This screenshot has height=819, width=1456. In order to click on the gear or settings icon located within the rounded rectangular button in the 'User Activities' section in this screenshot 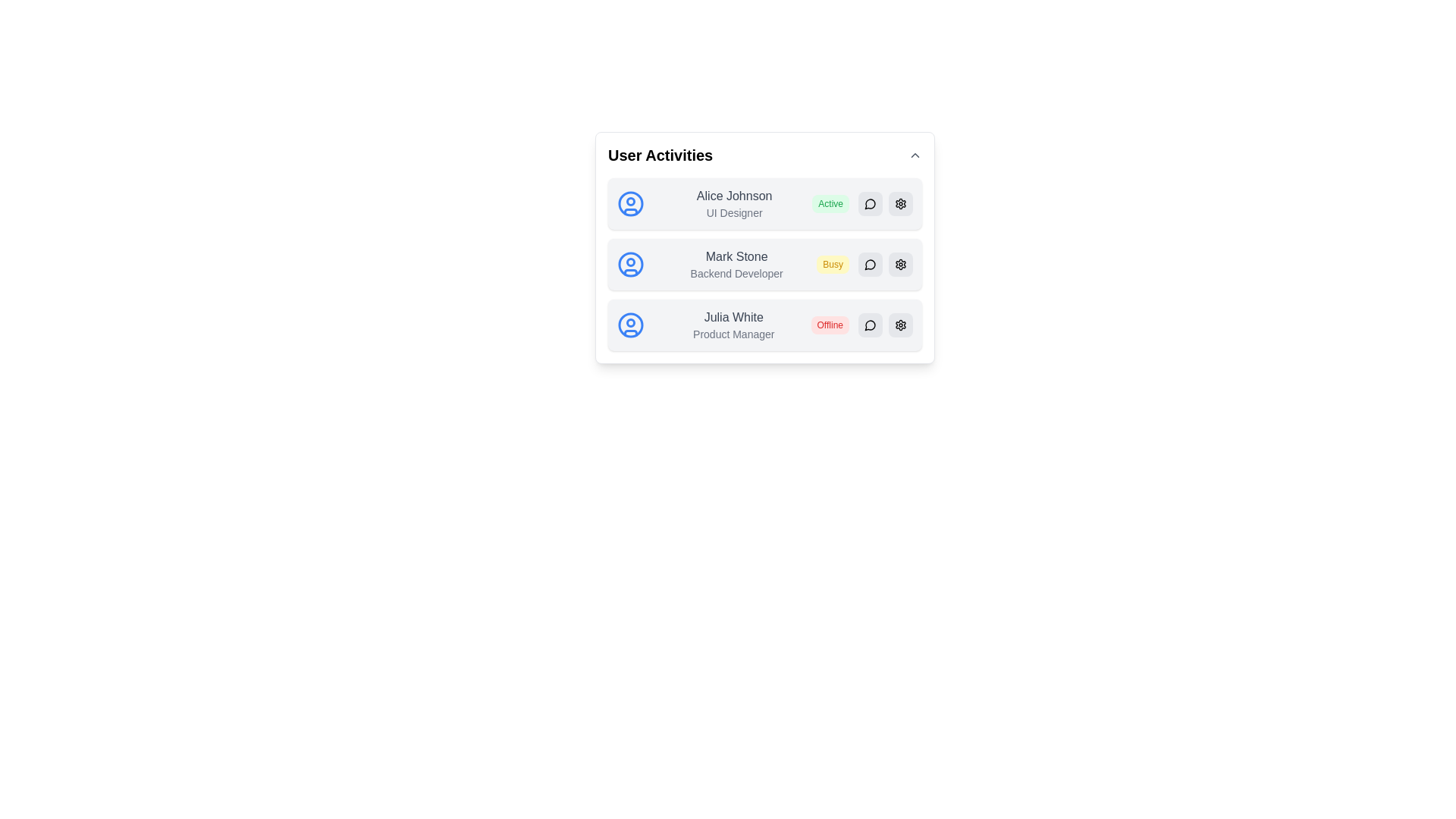, I will do `click(901, 203)`.